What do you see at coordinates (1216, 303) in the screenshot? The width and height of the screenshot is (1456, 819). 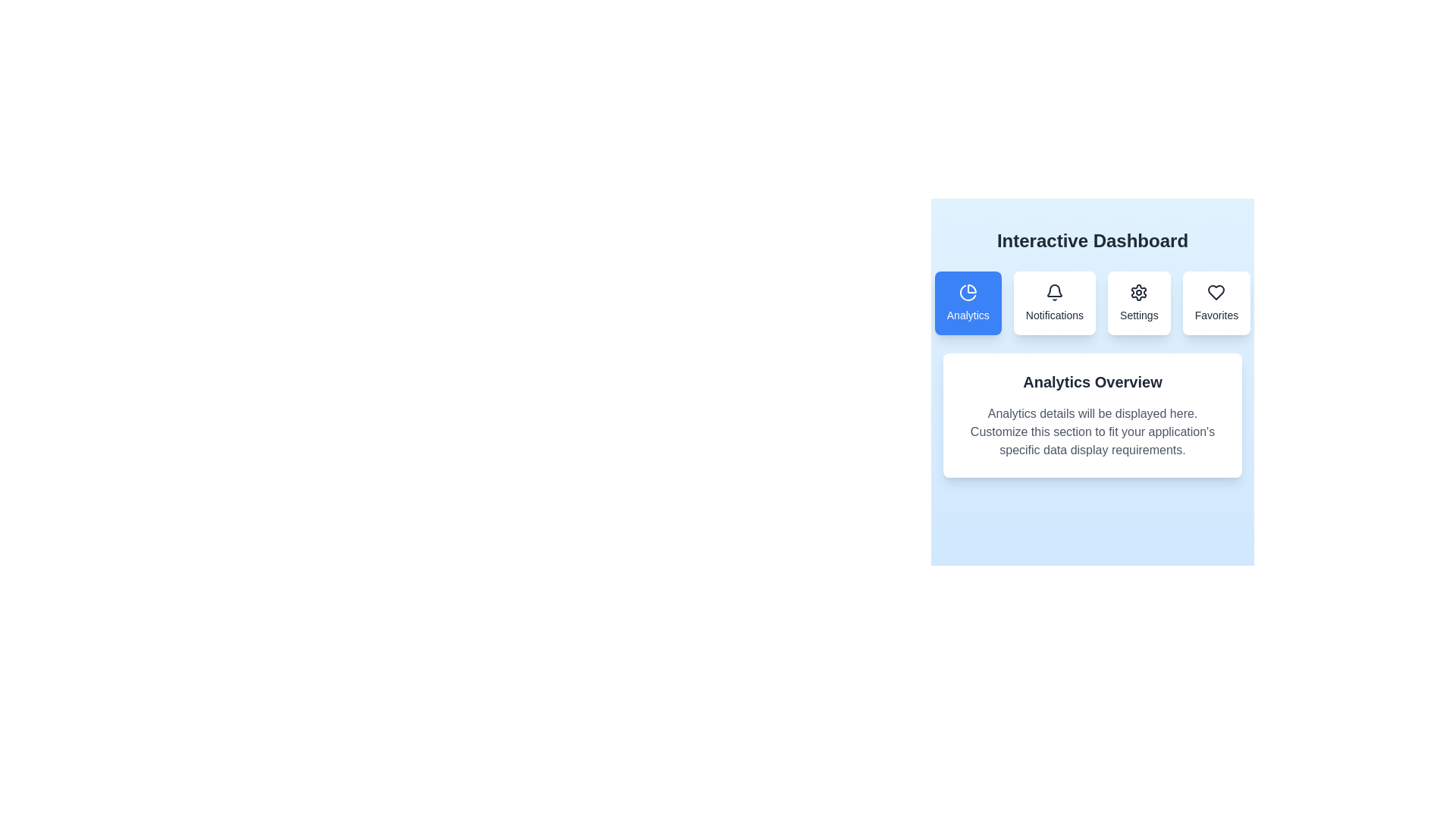 I see `the 'Favorites' button, which is a rectangular button with rounded corners and a heart-shaped outline icon, to activate its hover state` at bounding box center [1216, 303].